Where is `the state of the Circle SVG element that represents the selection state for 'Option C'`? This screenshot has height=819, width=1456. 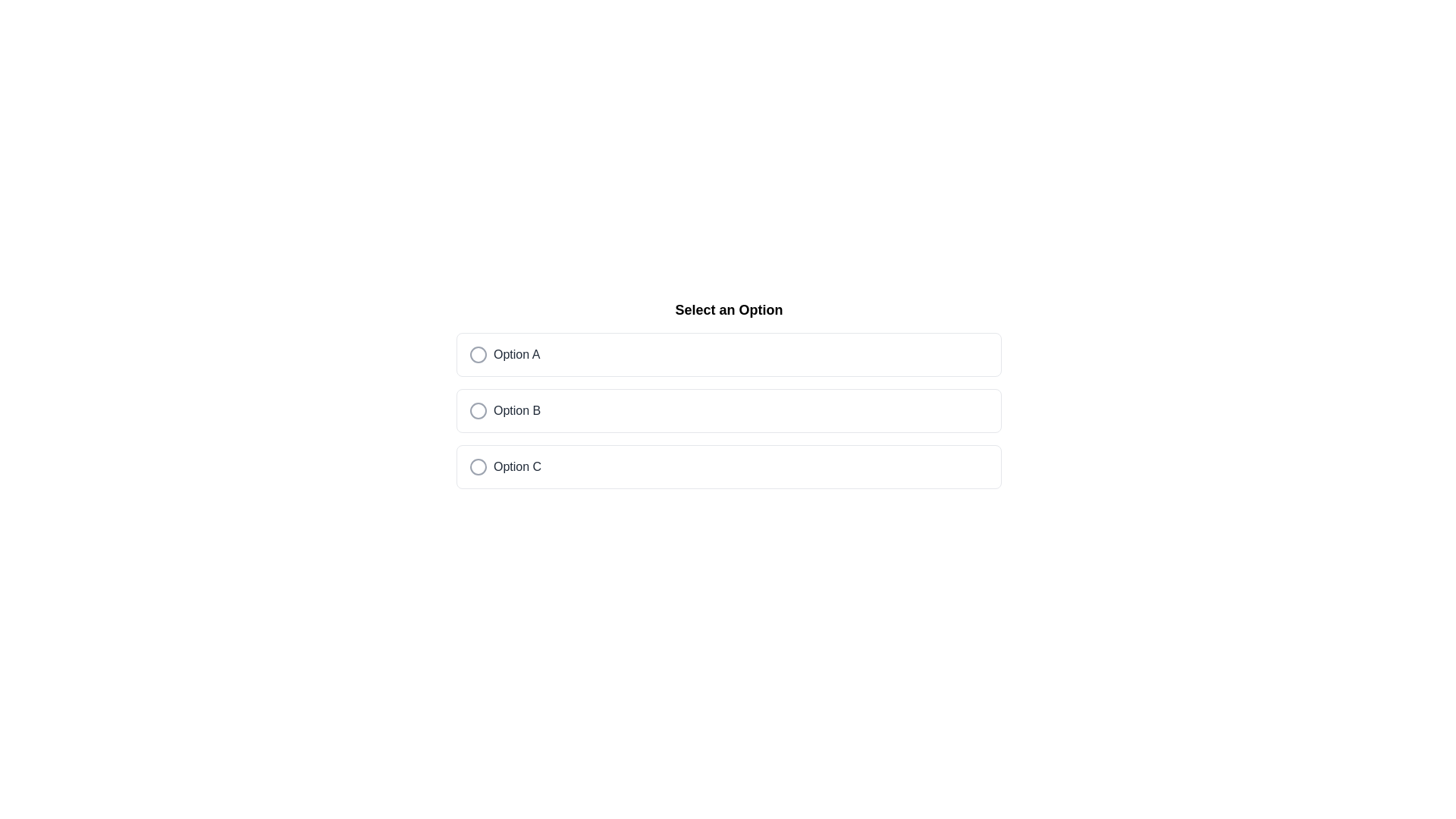
the state of the Circle SVG element that represents the selection state for 'Option C' is located at coordinates (477, 466).